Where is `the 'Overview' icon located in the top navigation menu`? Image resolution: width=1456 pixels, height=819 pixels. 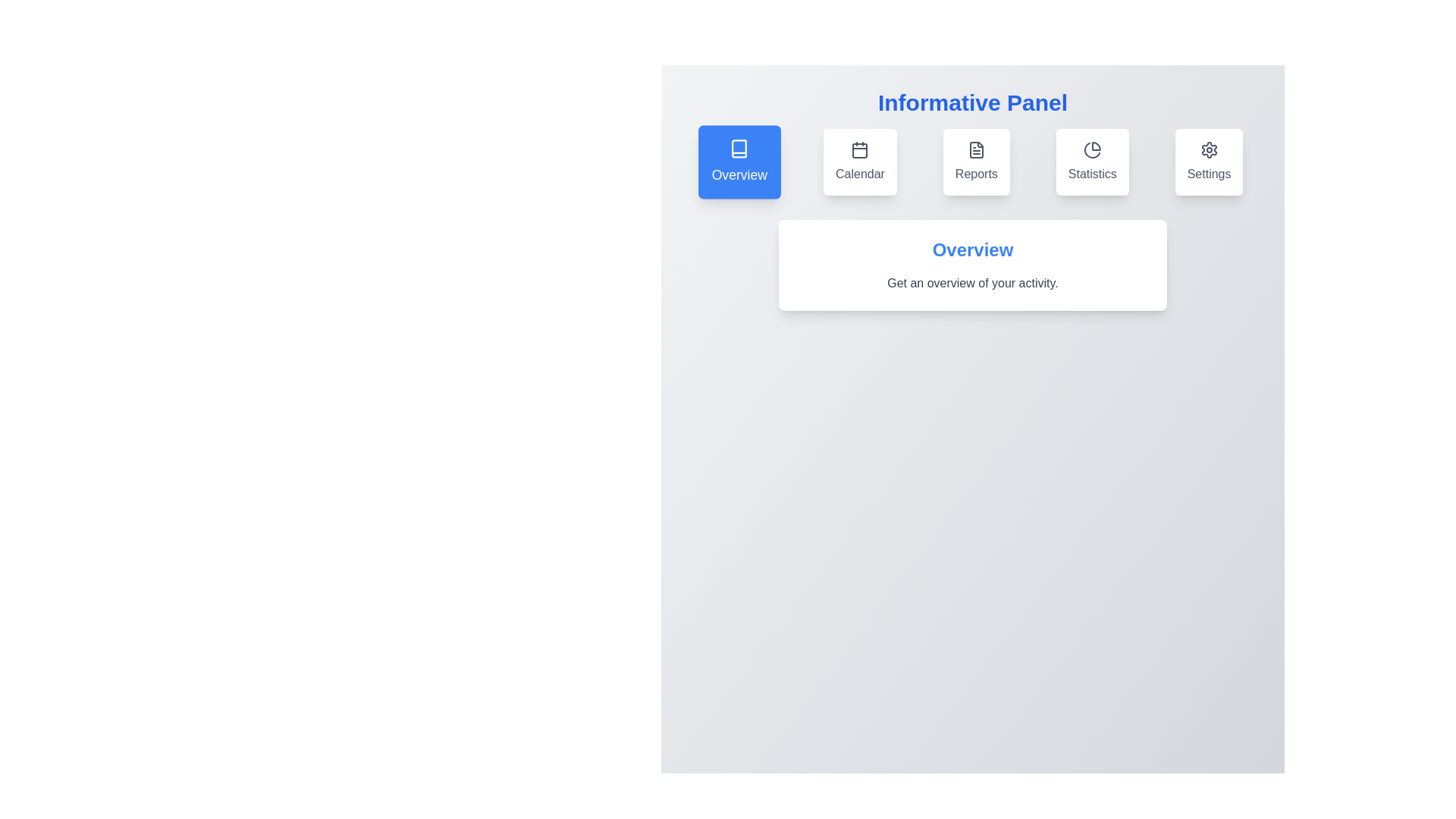 the 'Overview' icon located in the top navigation menu is located at coordinates (739, 149).